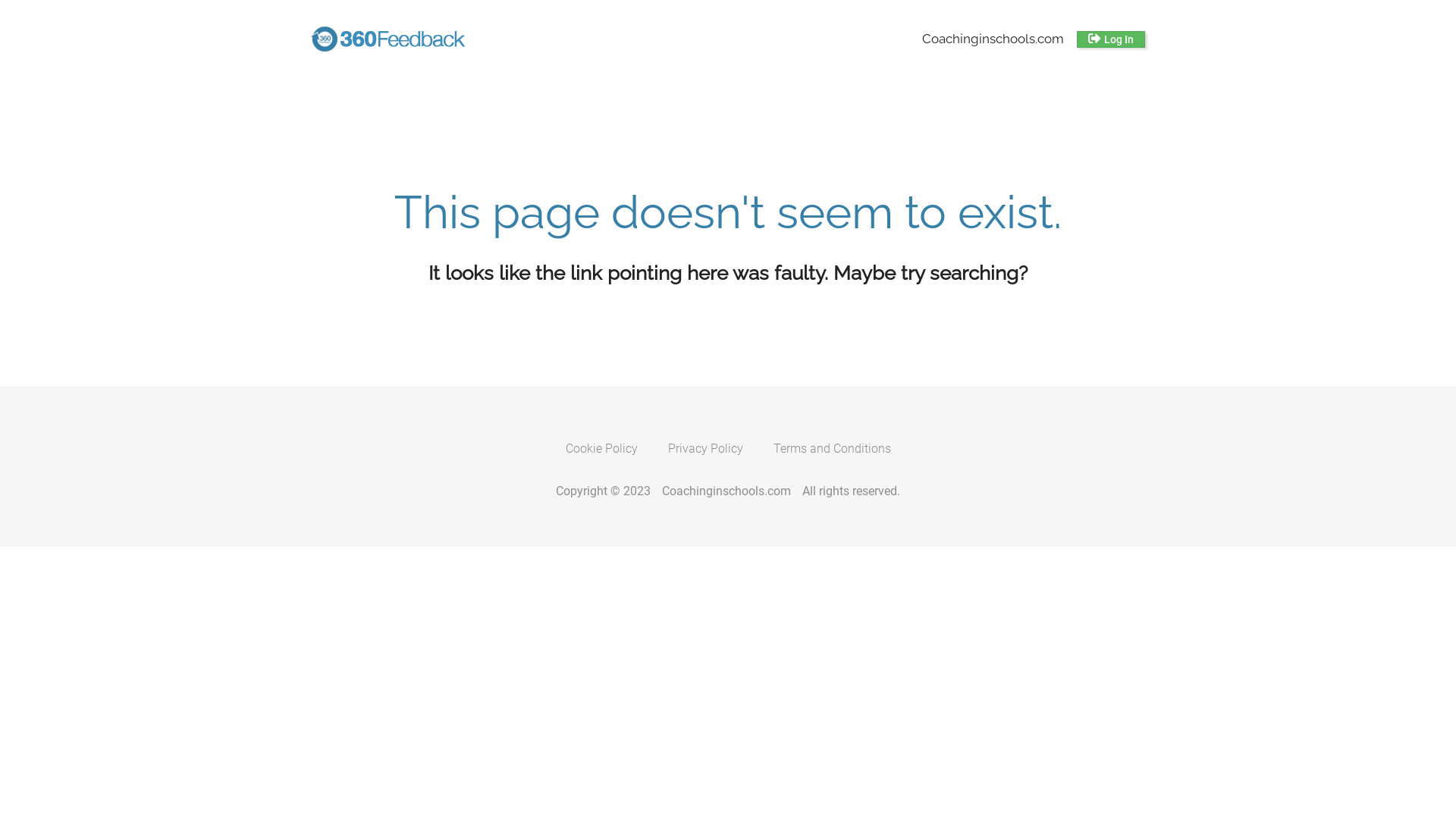  Describe the element at coordinates (993, 37) in the screenshot. I see `'Coachinginschools.com'` at that location.